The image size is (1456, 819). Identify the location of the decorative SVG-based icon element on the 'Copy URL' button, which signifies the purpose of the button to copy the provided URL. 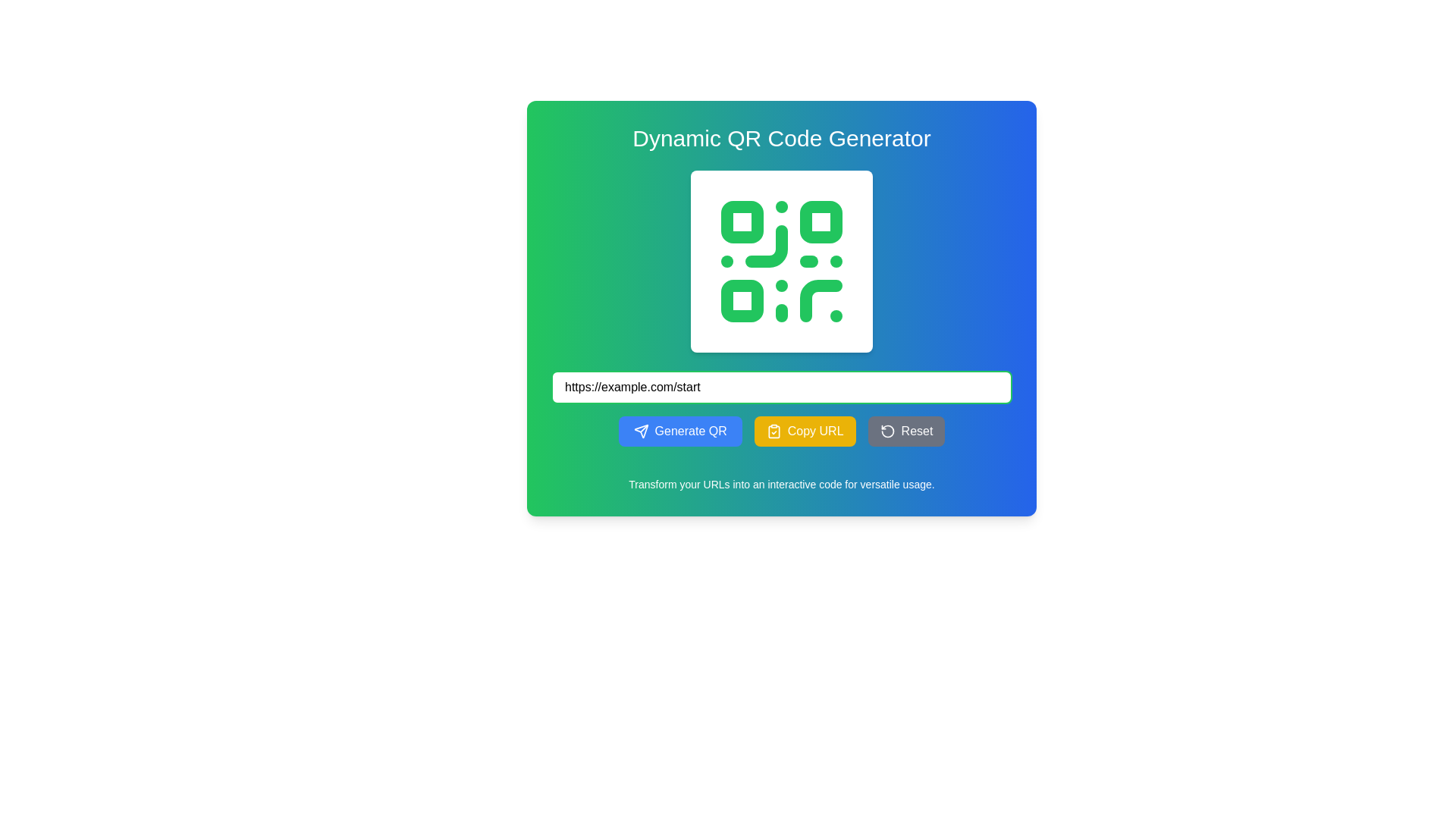
(773, 431).